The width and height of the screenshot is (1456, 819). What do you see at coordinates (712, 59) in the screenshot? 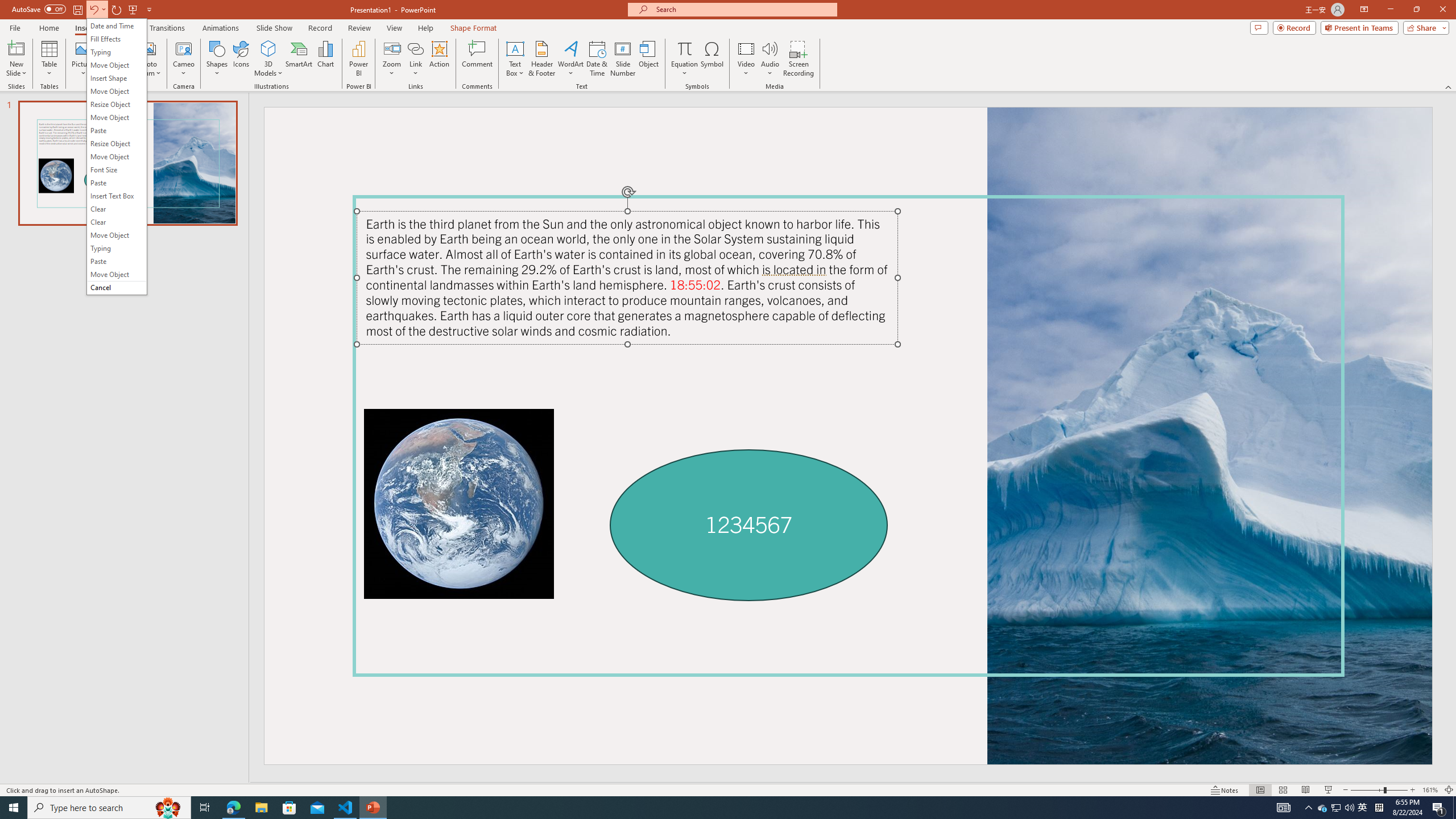
I see `'Symbol...'` at bounding box center [712, 59].